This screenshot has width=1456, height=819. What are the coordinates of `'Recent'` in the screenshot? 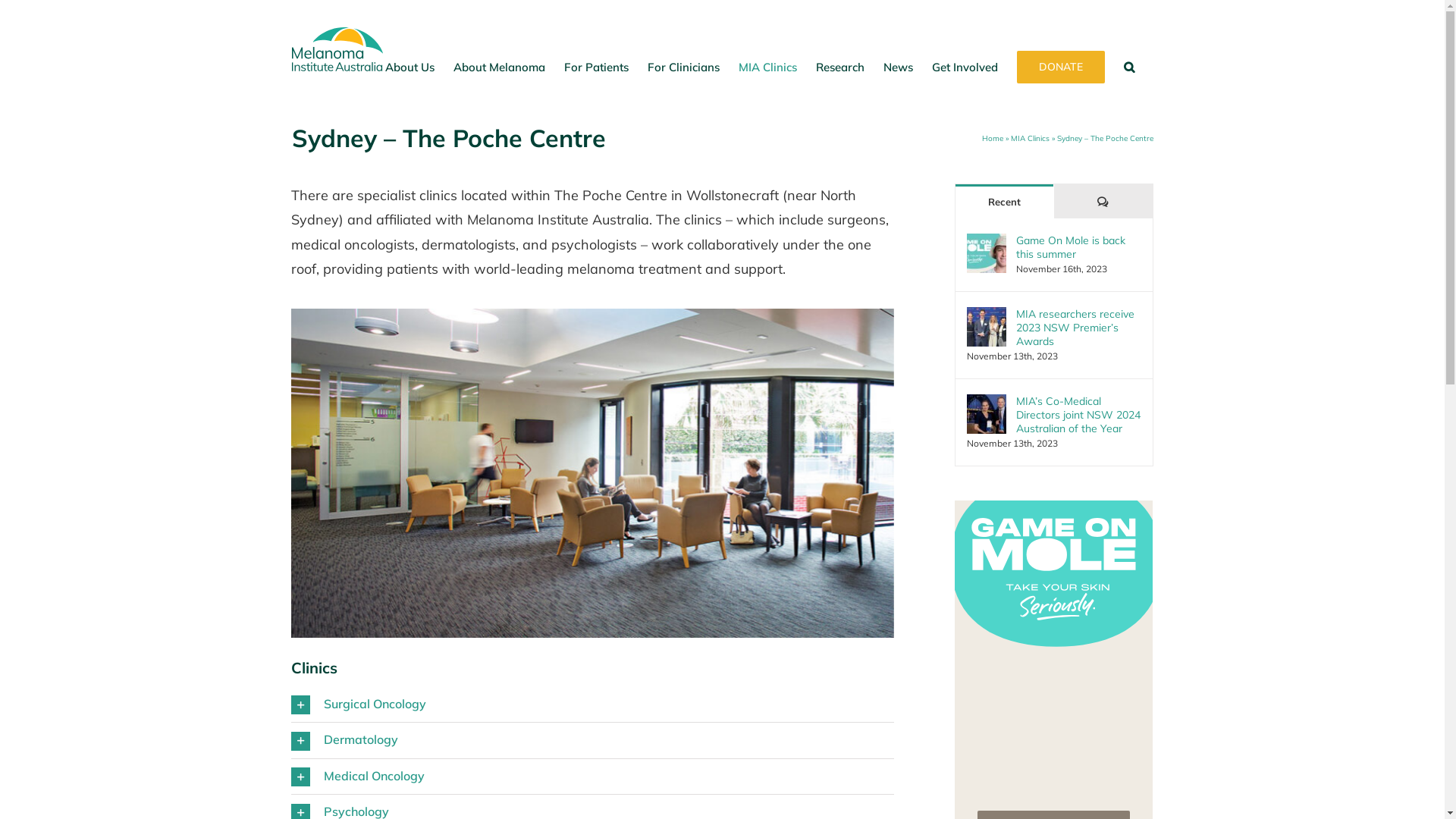 It's located at (1004, 200).